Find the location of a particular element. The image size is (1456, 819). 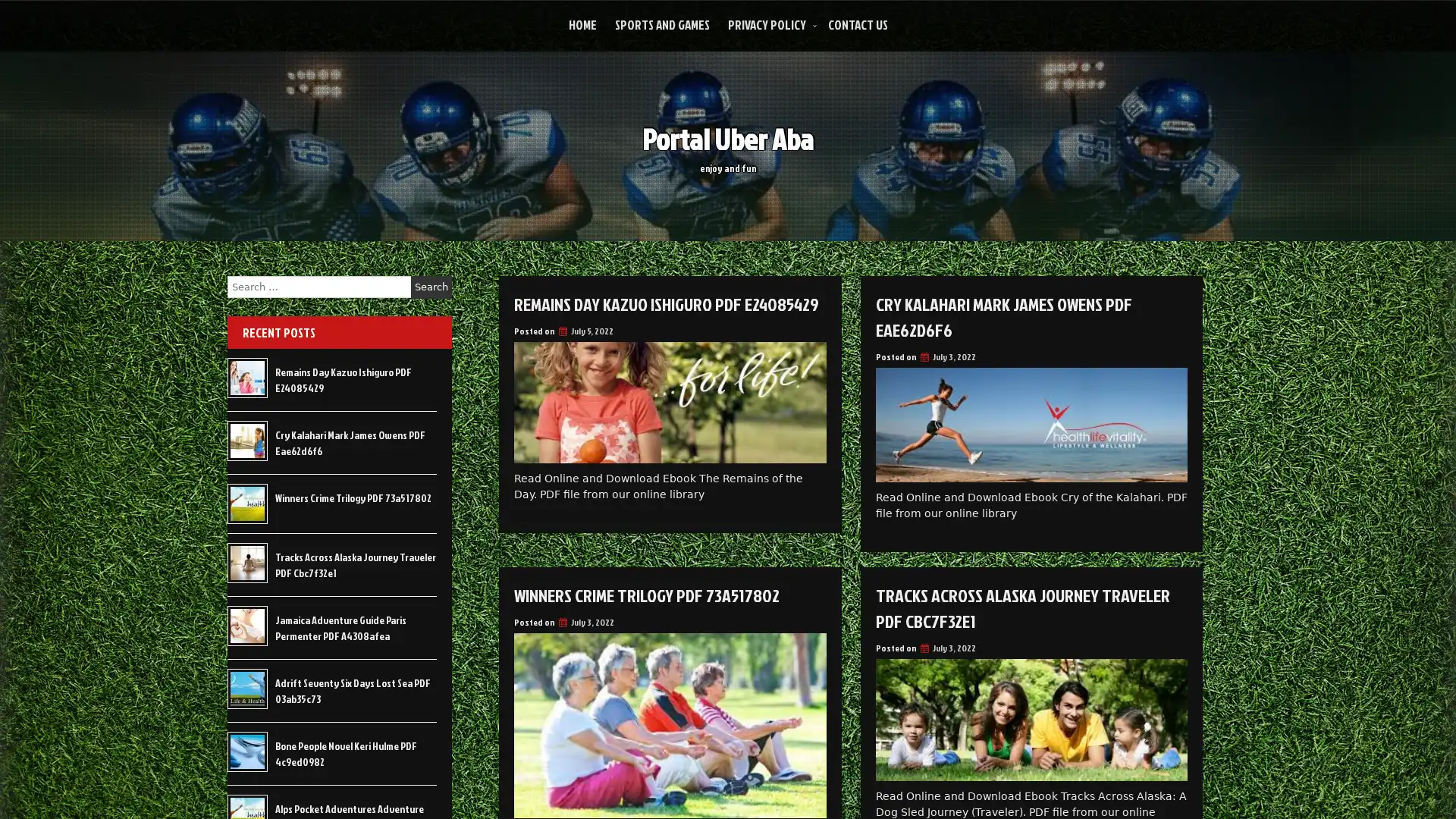

Search is located at coordinates (431, 287).